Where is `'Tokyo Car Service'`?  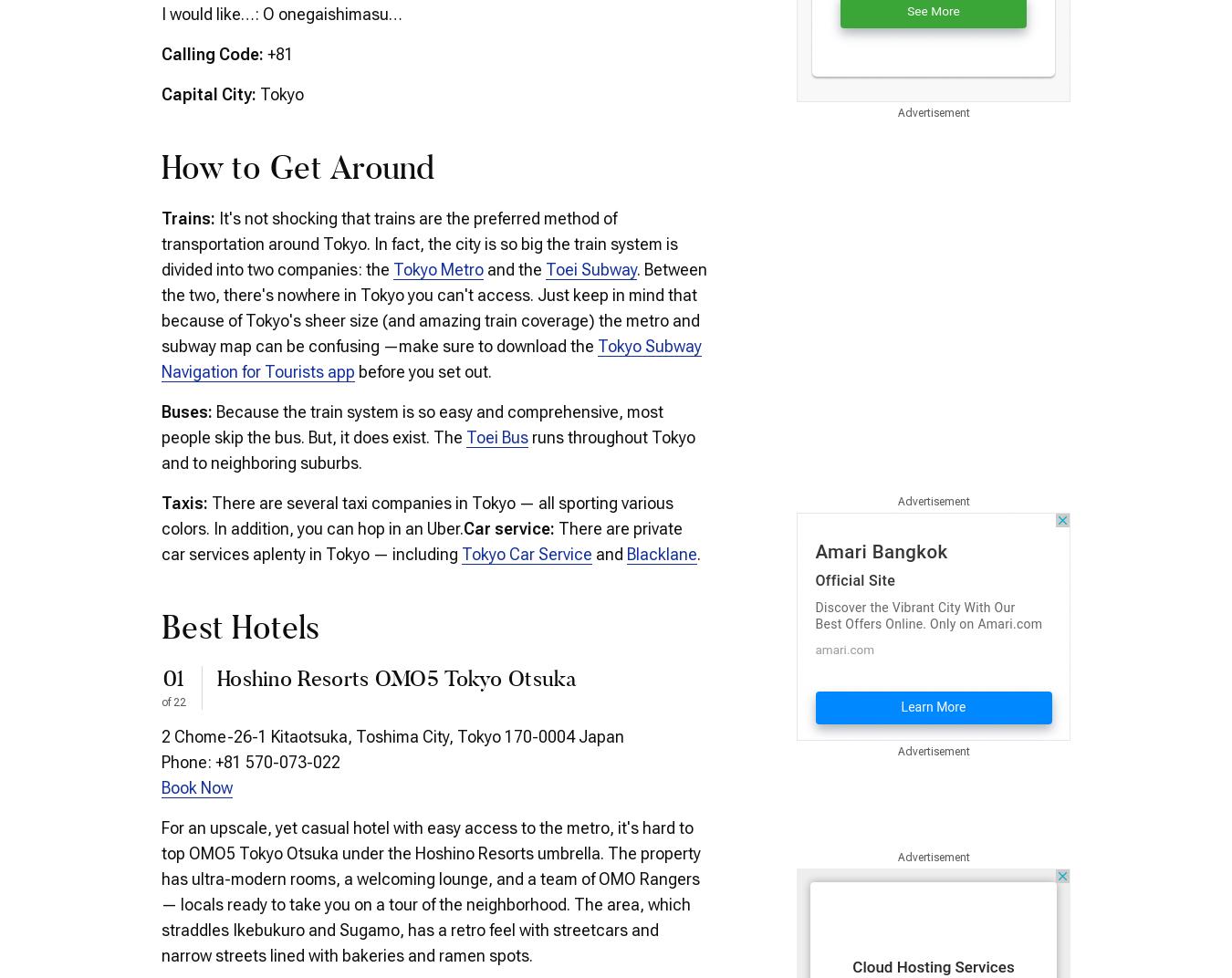 'Tokyo Car Service' is located at coordinates (527, 553).